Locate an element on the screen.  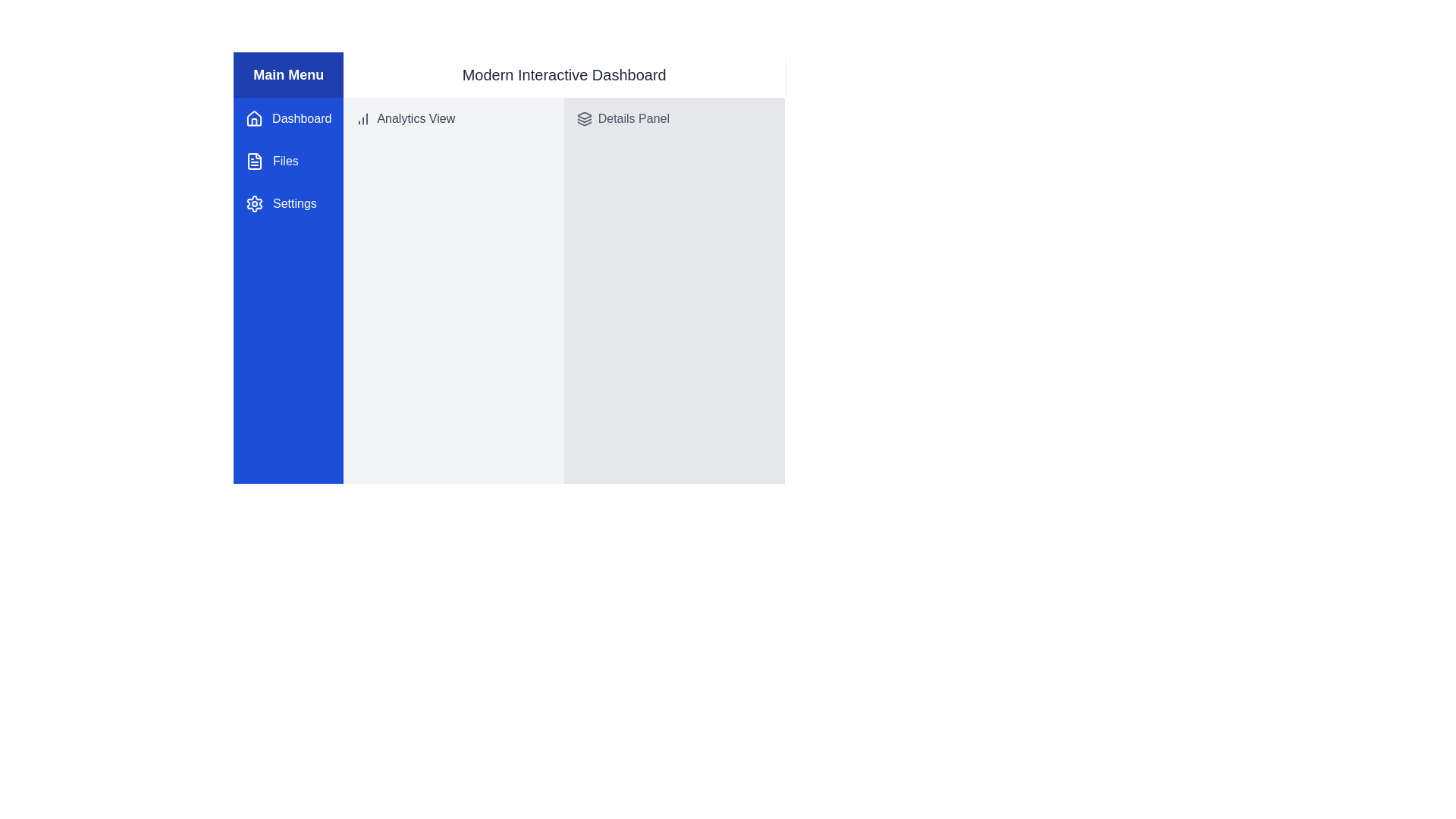
the file icon in the left-side navigation menu is located at coordinates (255, 161).